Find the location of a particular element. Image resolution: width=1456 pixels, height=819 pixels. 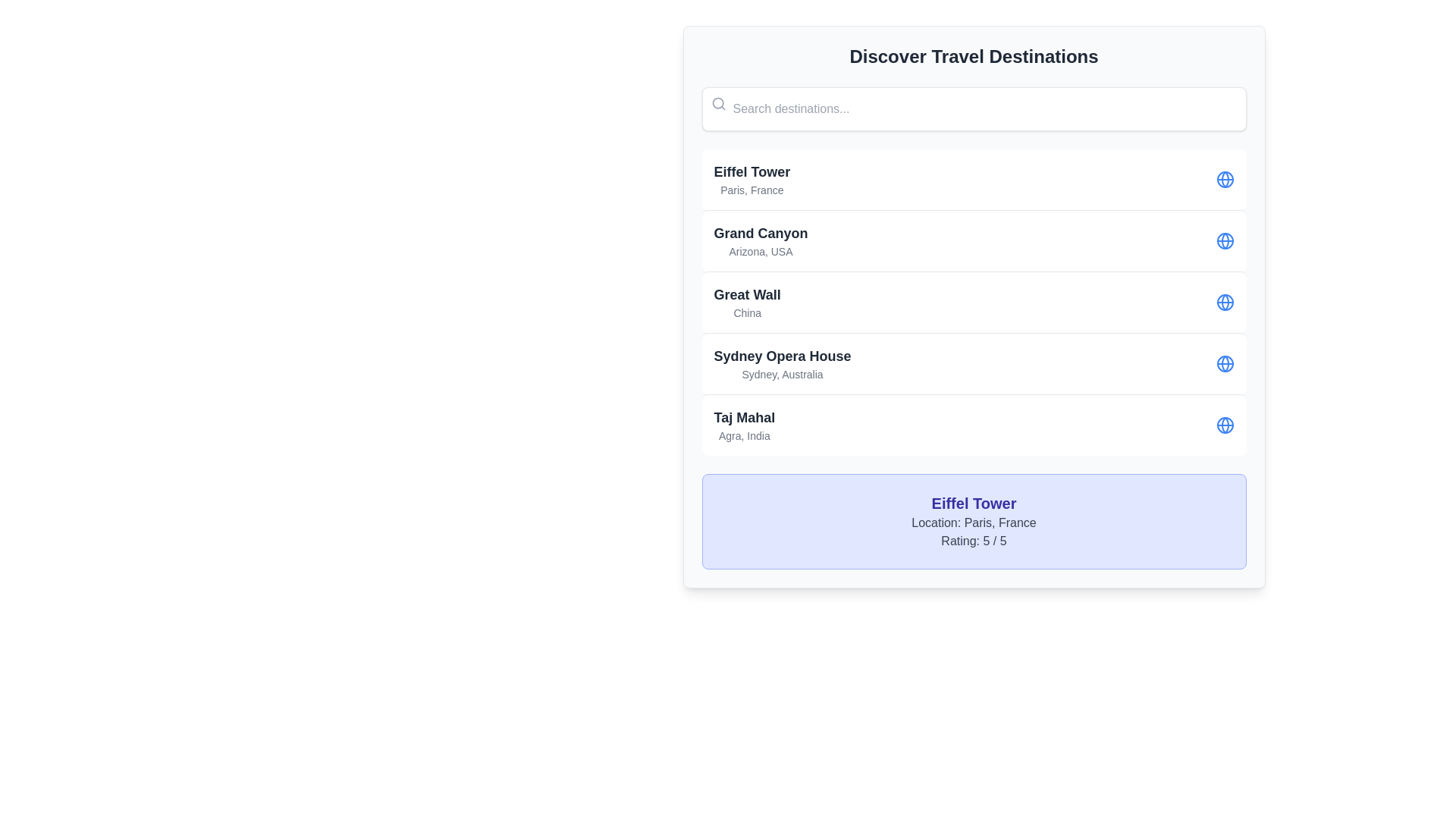

the last item in the list of travel destinations, which provides information about 'Taj Mahal, Agra, India' is located at coordinates (974, 425).